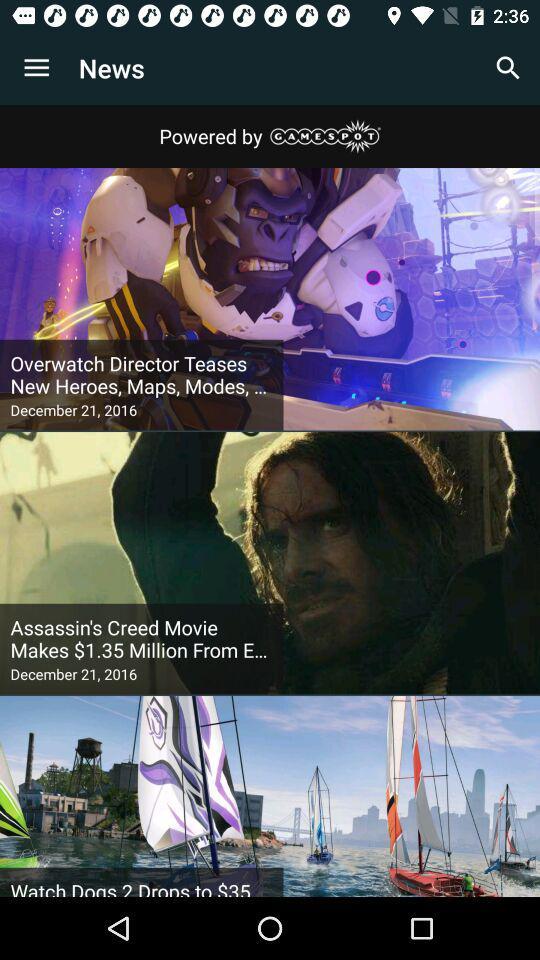 This screenshot has width=540, height=960. Describe the element at coordinates (140, 638) in the screenshot. I see `the assassin s creed item` at that location.